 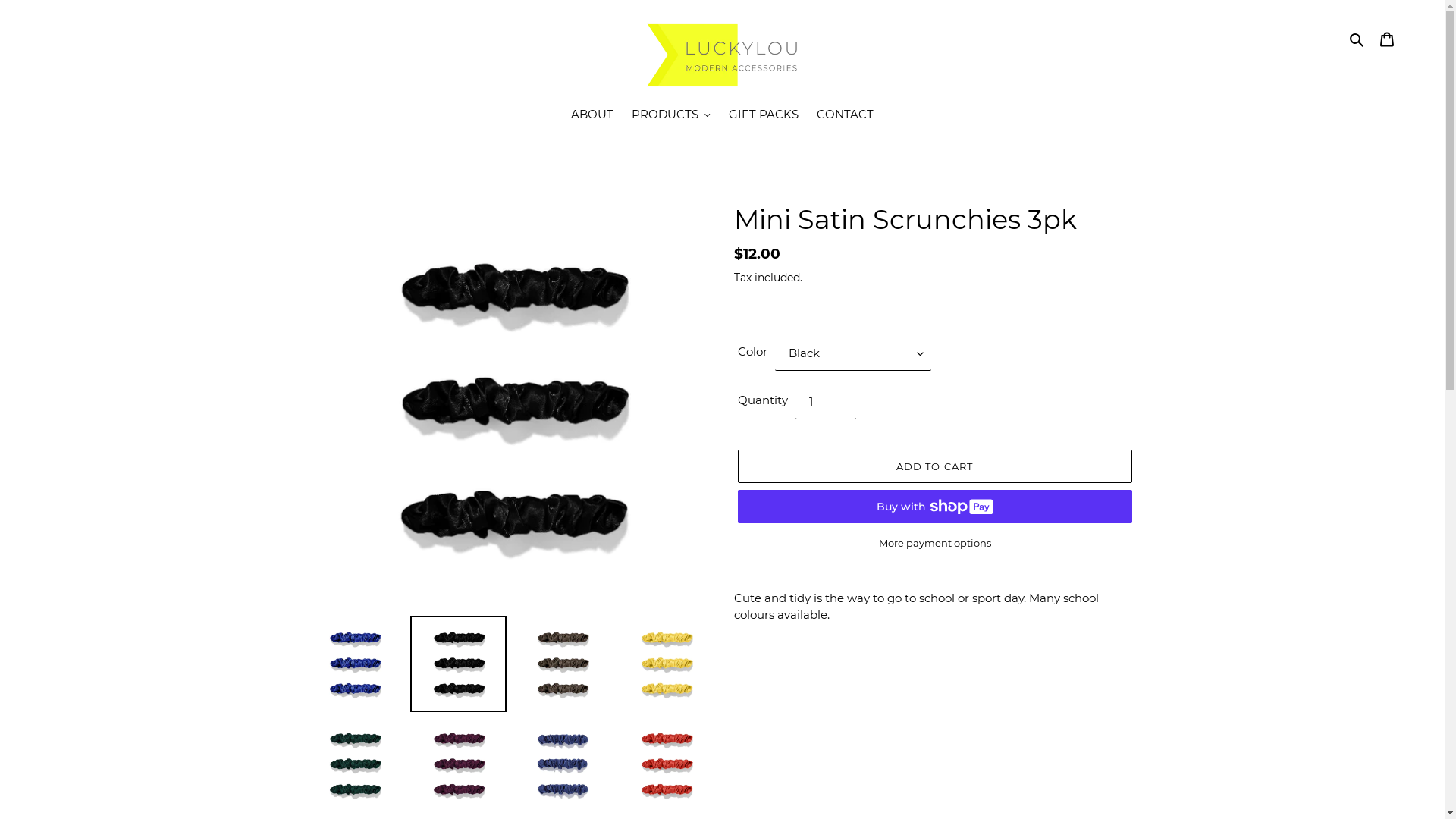 What do you see at coordinates (1357, 38) in the screenshot?
I see `'Search'` at bounding box center [1357, 38].